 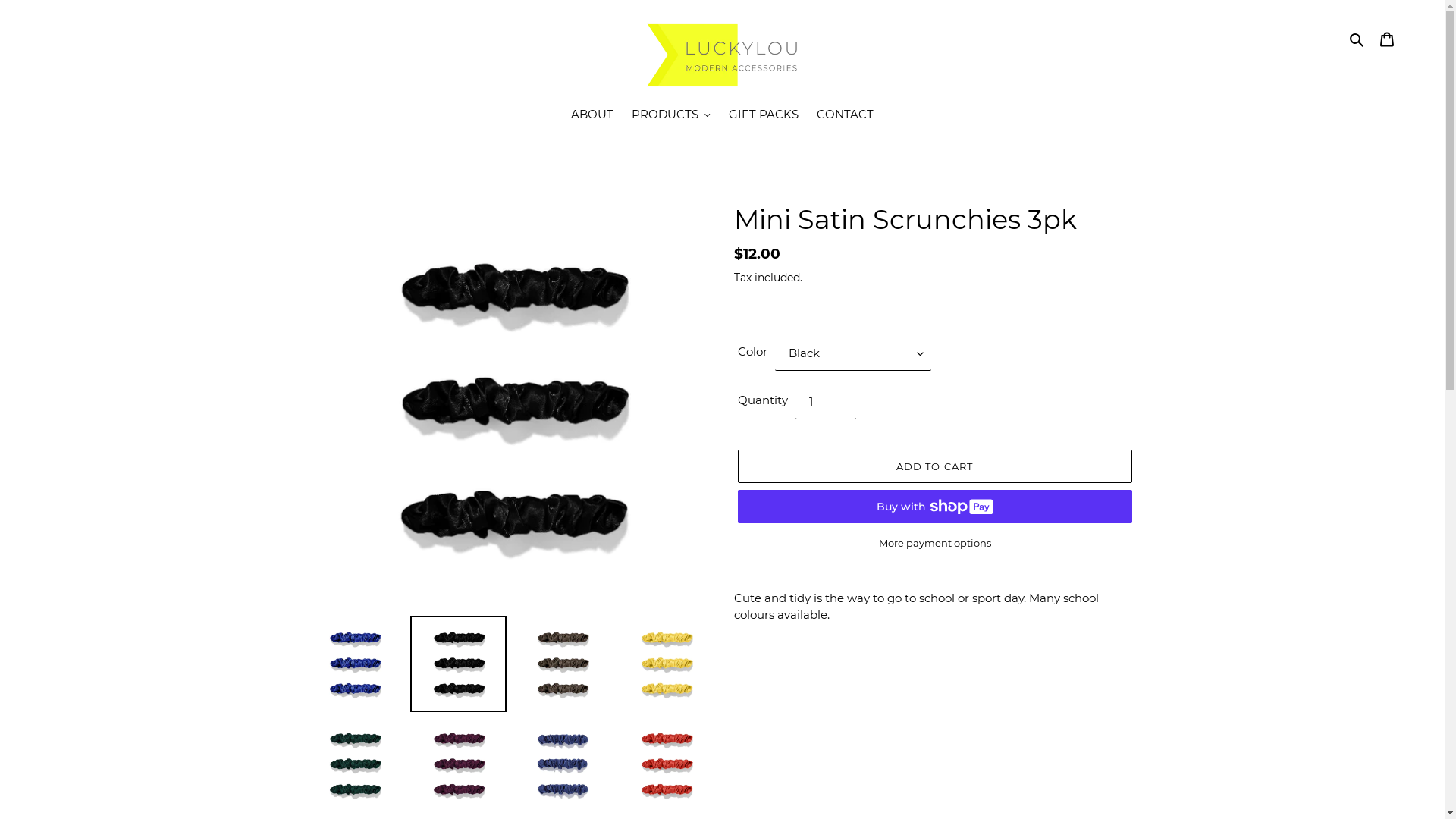 What do you see at coordinates (1357, 38) in the screenshot?
I see `'Search'` at bounding box center [1357, 38].